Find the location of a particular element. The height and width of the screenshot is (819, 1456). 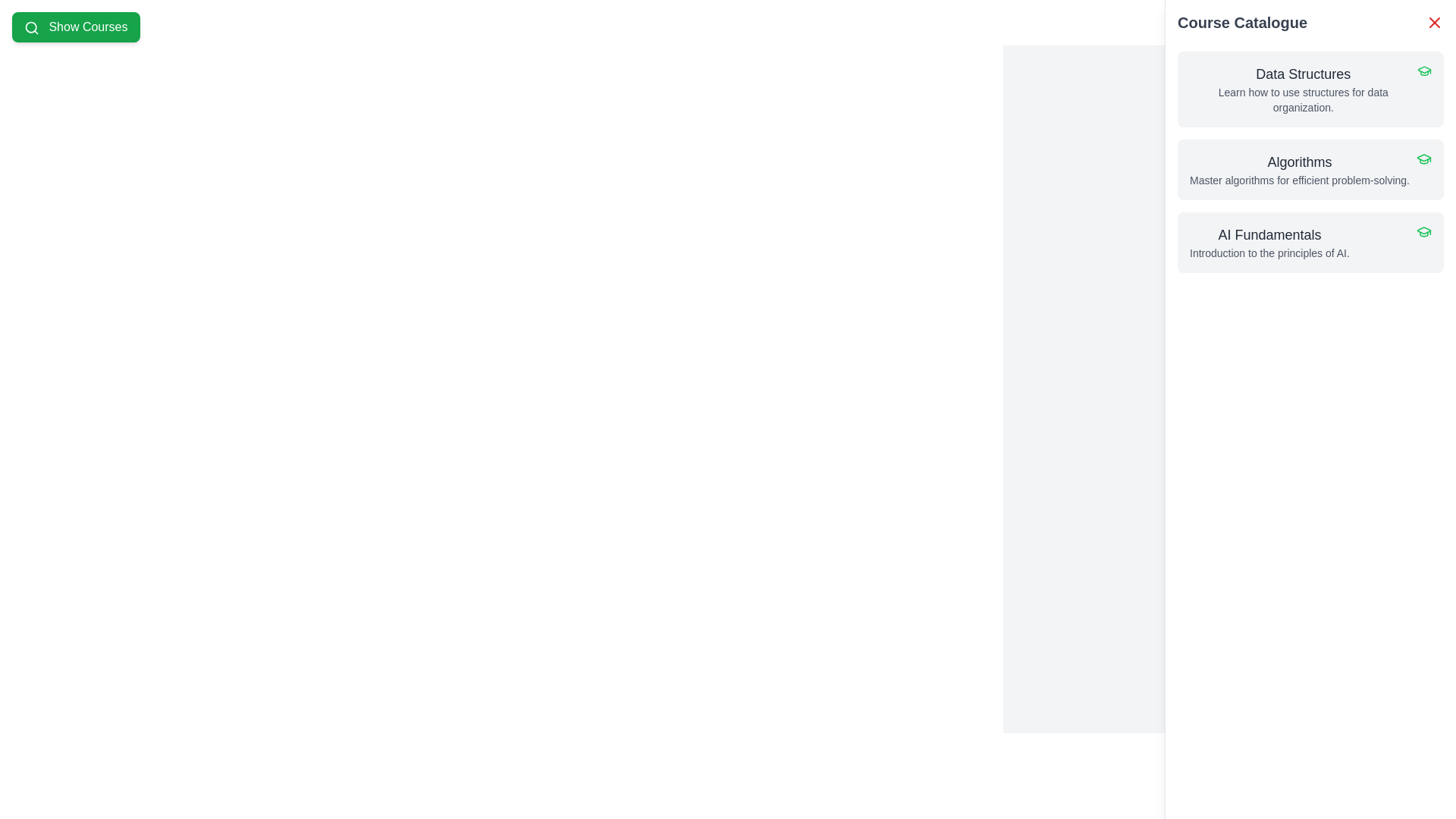

the topmost entry of the descriptive item card titled 'Data Structures' is located at coordinates (1302, 89).